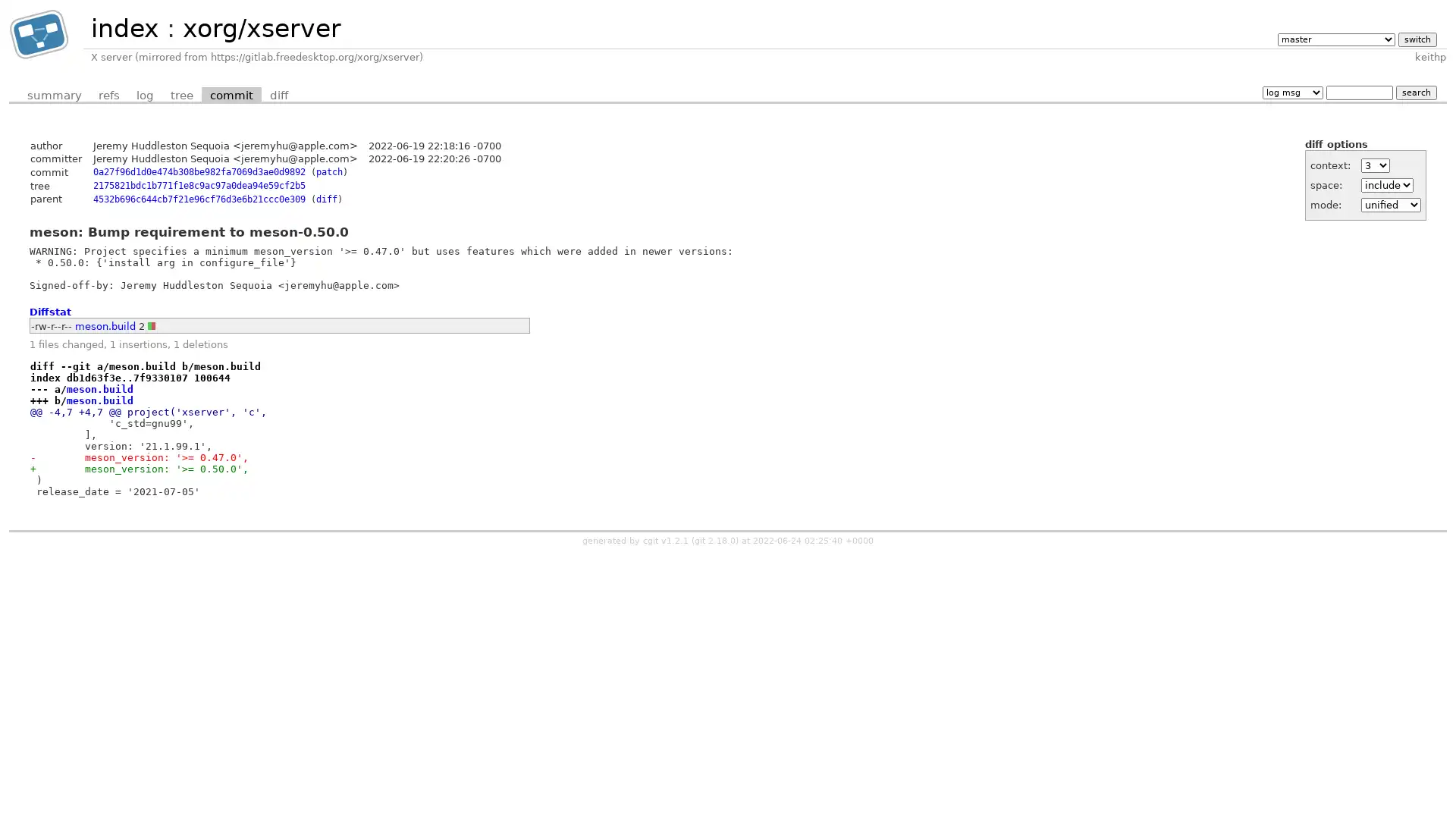 The height and width of the screenshot is (819, 1456). I want to click on search, so click(1415, 92).